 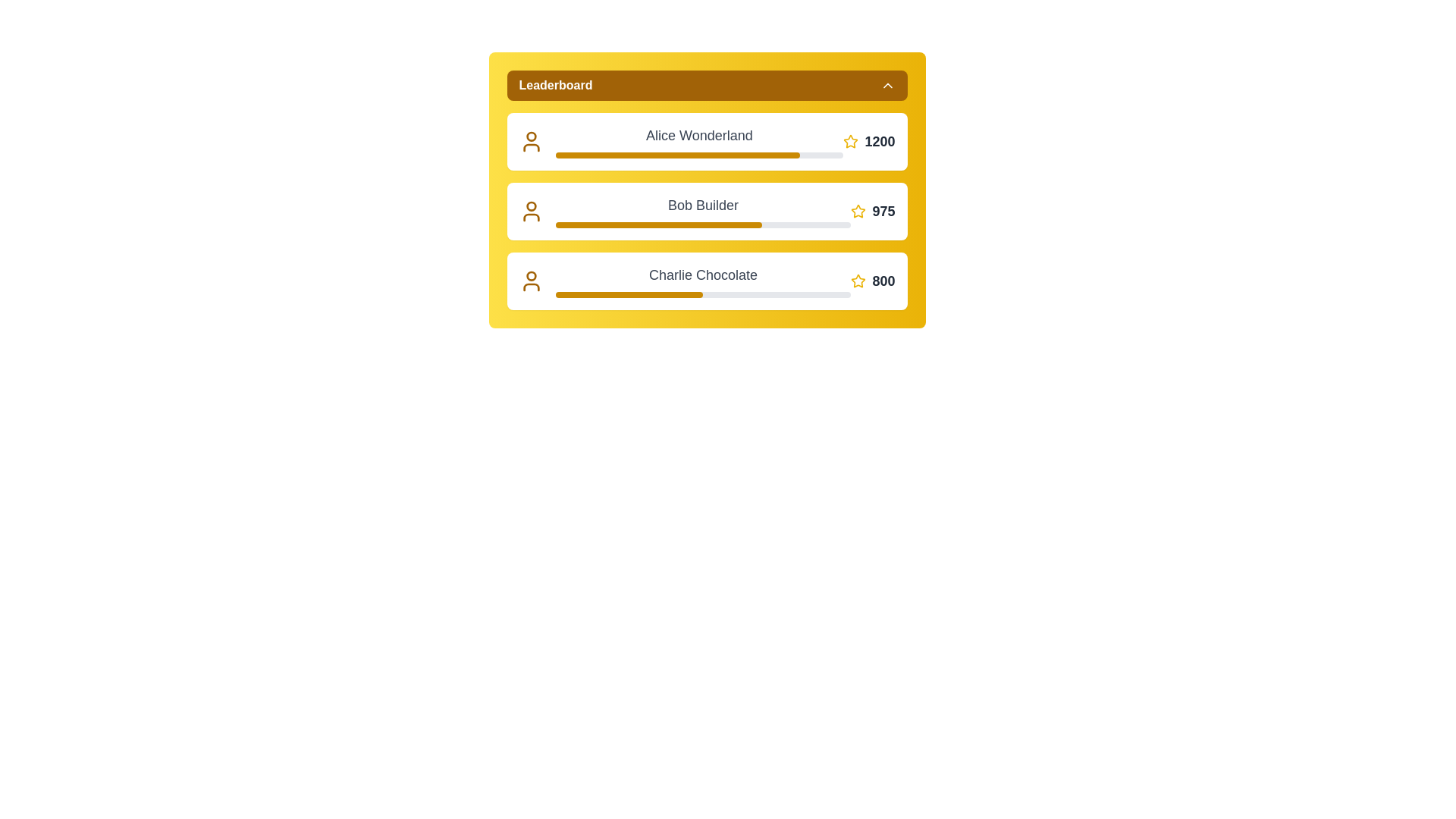 What do you see at coordinates (702, 281) in the screenshot?
I see `the text label displaying the name 'Charlie Chocolate' in the bottommost row of the leaderboard` at bounding box center [702, 281].